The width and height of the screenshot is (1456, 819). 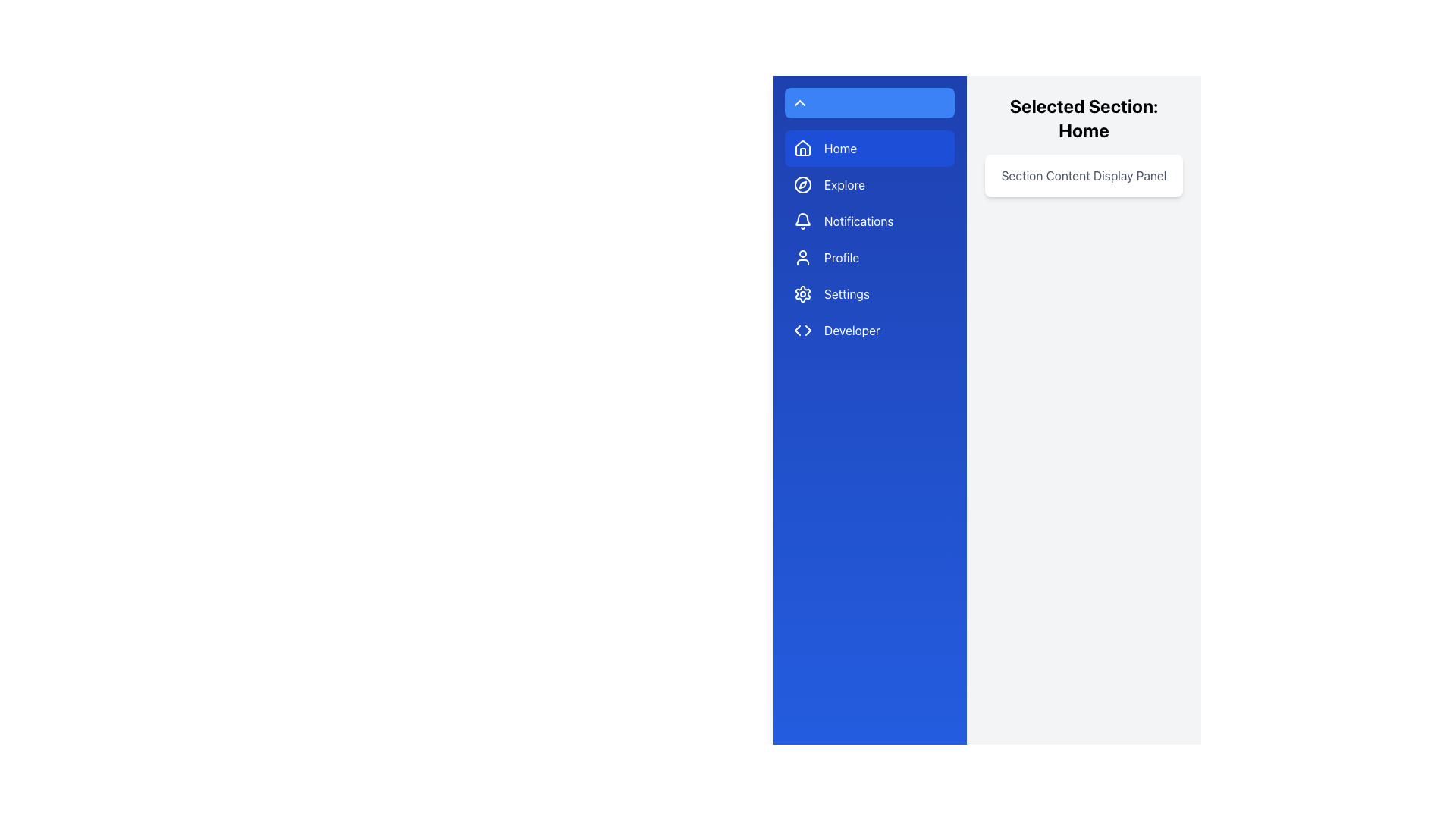 What do you see at coordinates (802, 148) in the screenshot?
I see `the house-shaped icon in the navigation menu, which is highlighted in blue and adjacent to the 'Home' label` at bounding box center [802, 148].